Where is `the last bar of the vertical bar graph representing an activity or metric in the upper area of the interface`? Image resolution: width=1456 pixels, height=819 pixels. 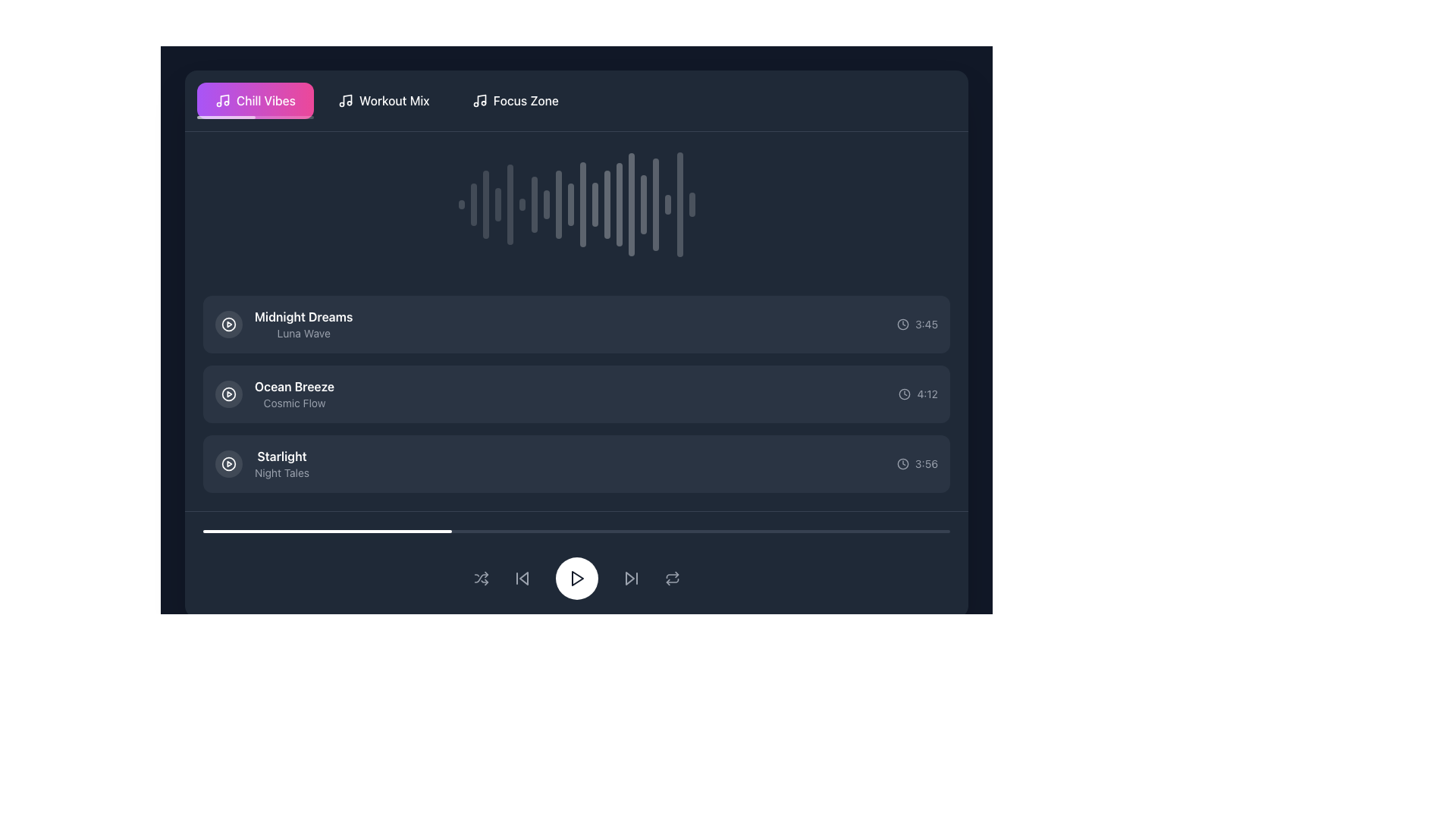
the last bar of the vertical bar graph representing an activity or metric in the upper area of the interface is located at coordinates (691, 205).